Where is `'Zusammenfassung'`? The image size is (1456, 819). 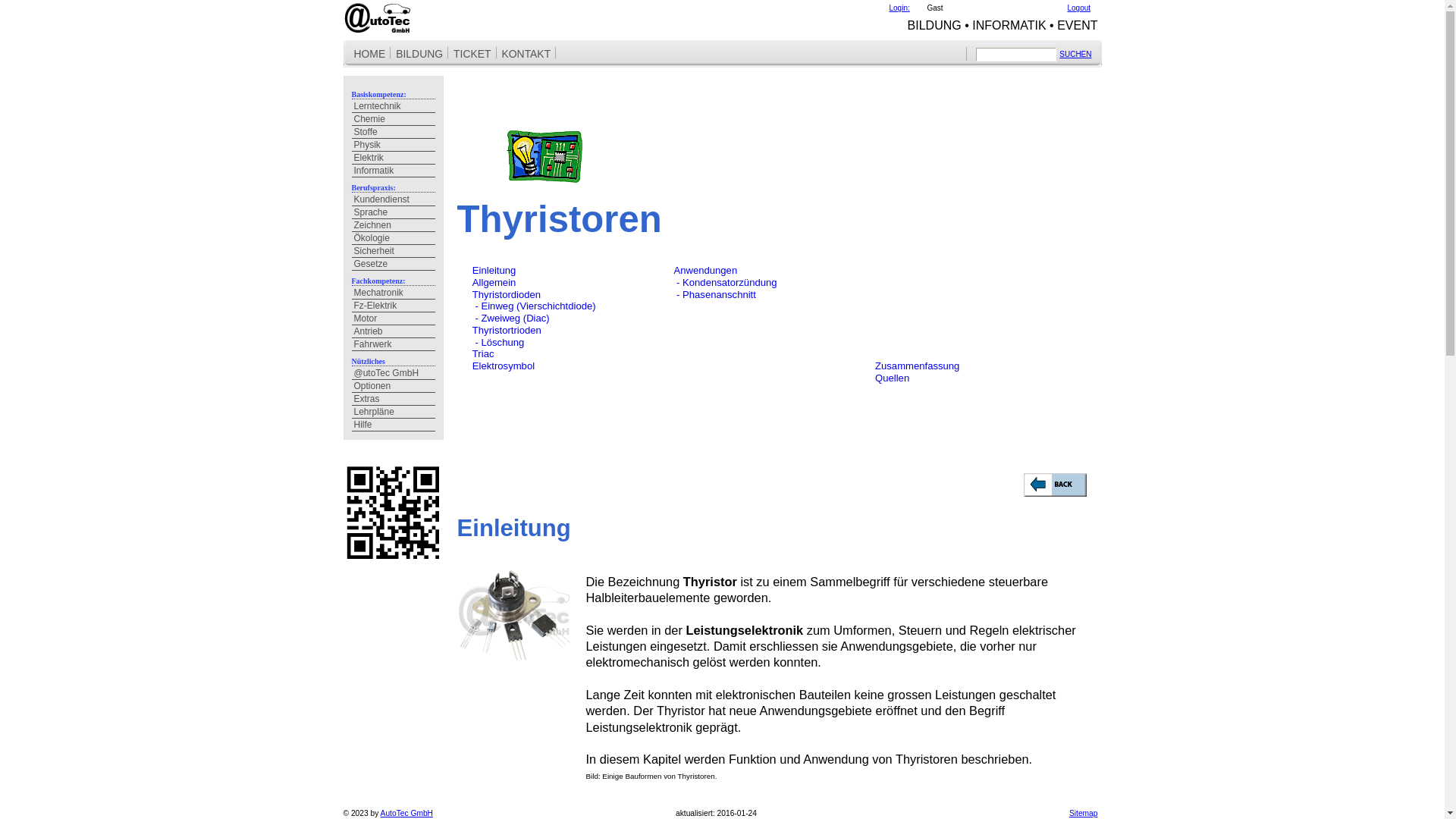
'Zusammenfassung' is located at coordinates (916, 366).